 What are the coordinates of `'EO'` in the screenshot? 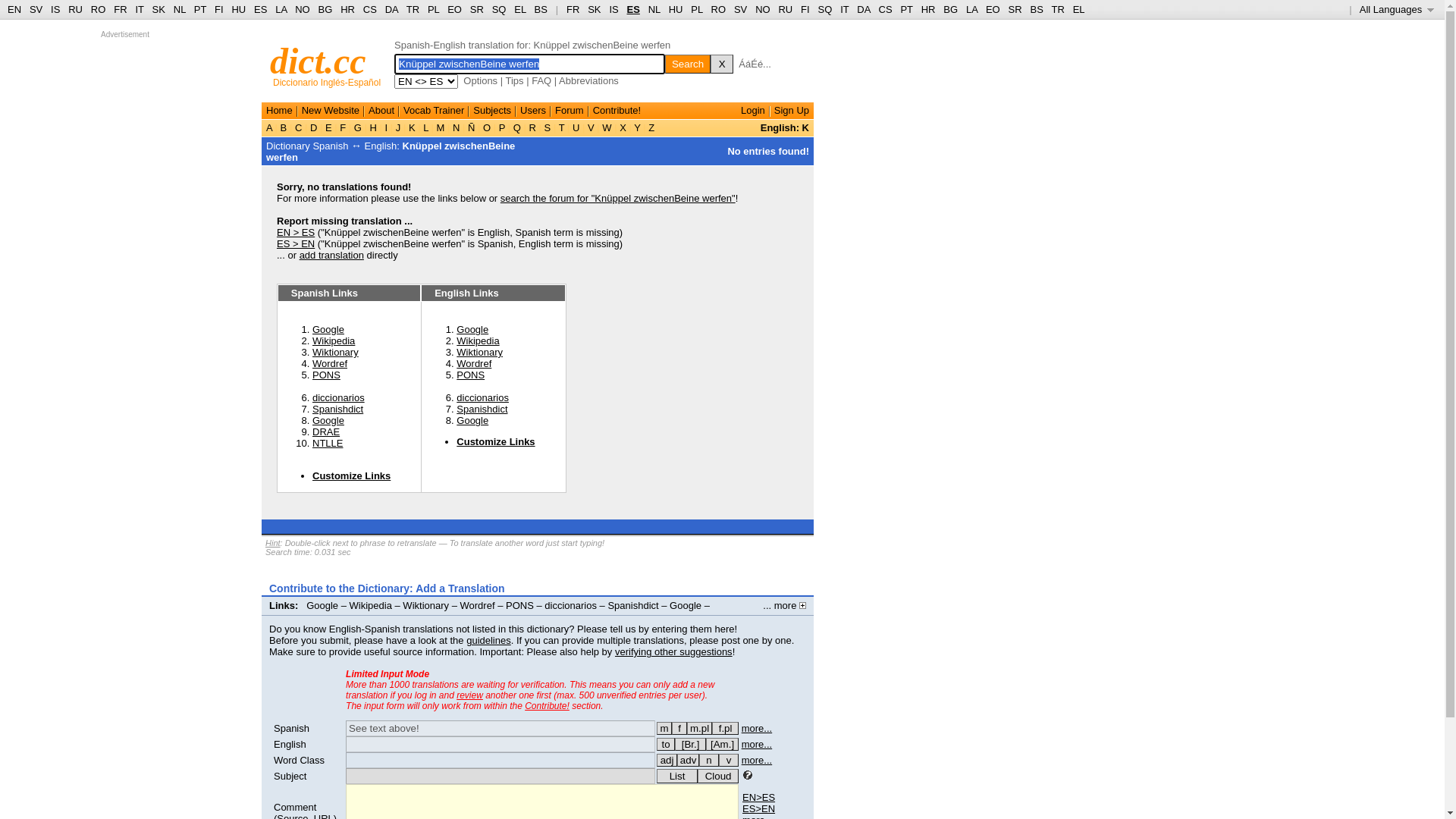 It's located at (453, 9).